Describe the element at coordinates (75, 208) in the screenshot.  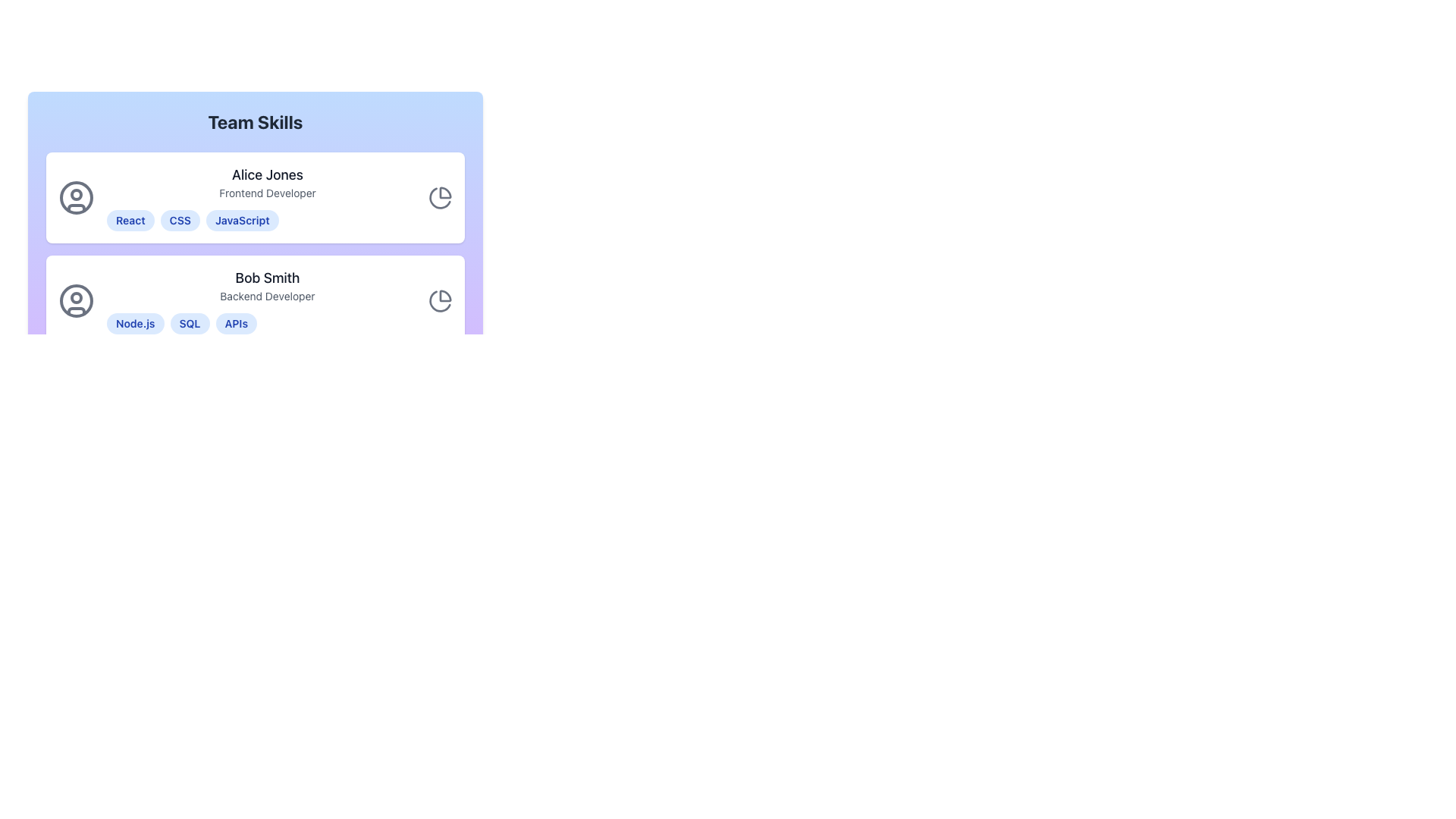
I see `the lower part of the user profile icon representing Alice Jones, specifically the curved line forming the shoulders and neck of the person` at that location.